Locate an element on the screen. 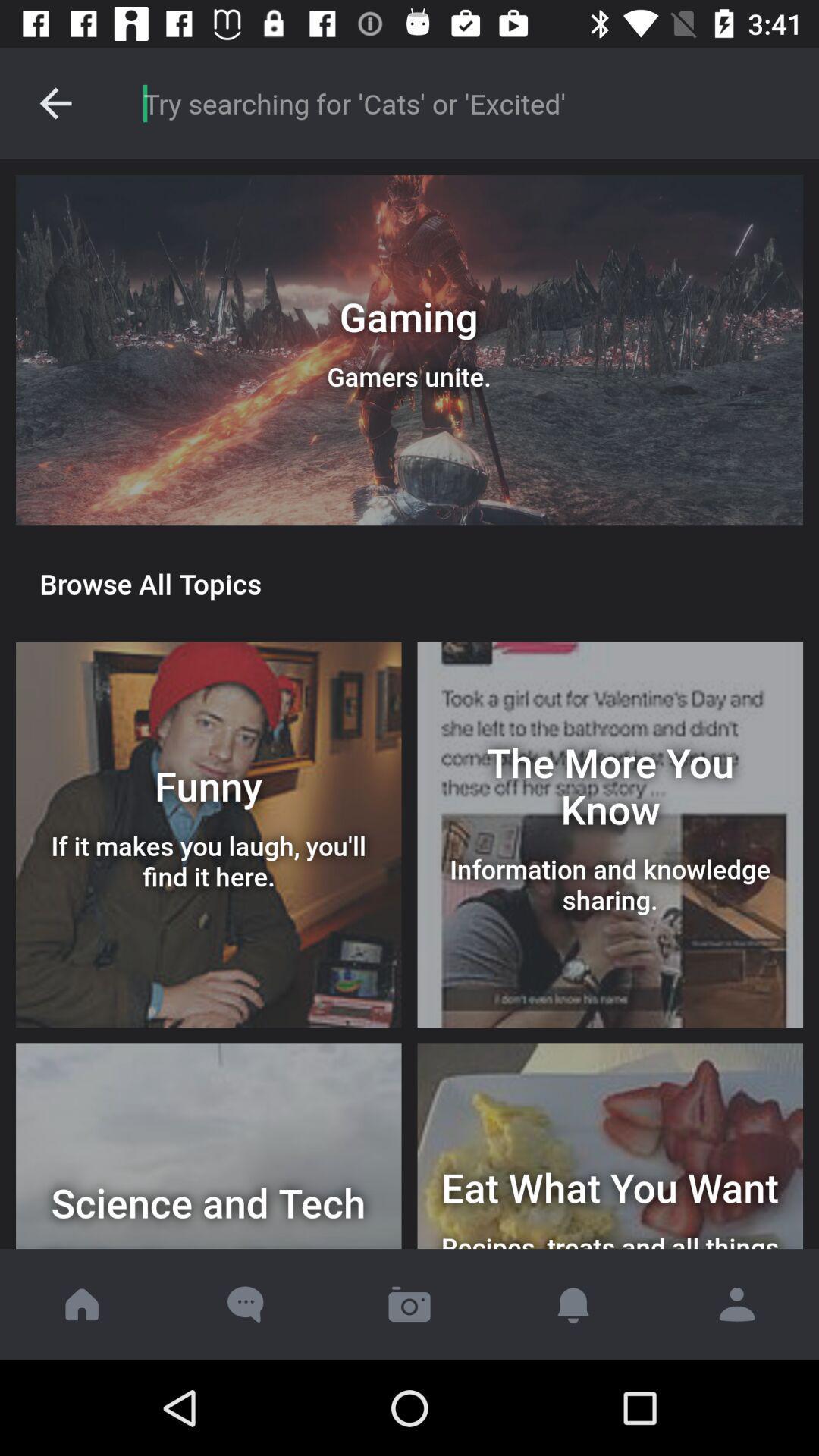  the item below the science and tech item is located at coordinates (409, 1304).